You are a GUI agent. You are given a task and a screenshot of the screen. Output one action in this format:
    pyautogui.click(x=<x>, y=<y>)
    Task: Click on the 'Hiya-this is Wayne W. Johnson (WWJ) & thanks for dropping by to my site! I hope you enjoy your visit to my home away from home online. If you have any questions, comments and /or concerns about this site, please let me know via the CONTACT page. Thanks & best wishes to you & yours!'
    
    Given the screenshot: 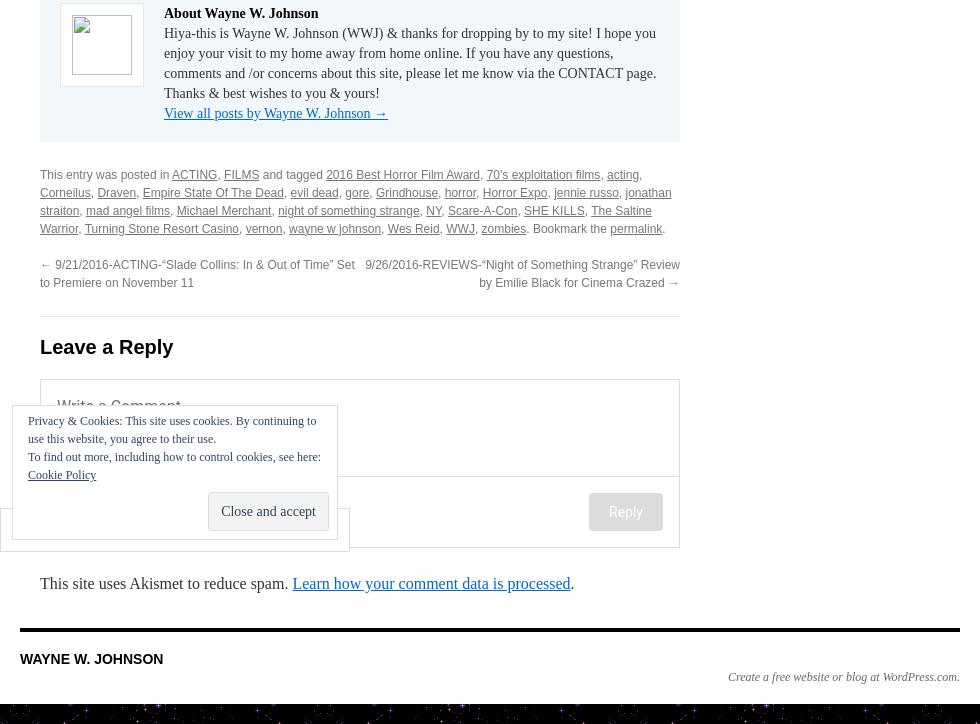 What is the action you would take?
    pyautogui.click(x=163, y=62)
    